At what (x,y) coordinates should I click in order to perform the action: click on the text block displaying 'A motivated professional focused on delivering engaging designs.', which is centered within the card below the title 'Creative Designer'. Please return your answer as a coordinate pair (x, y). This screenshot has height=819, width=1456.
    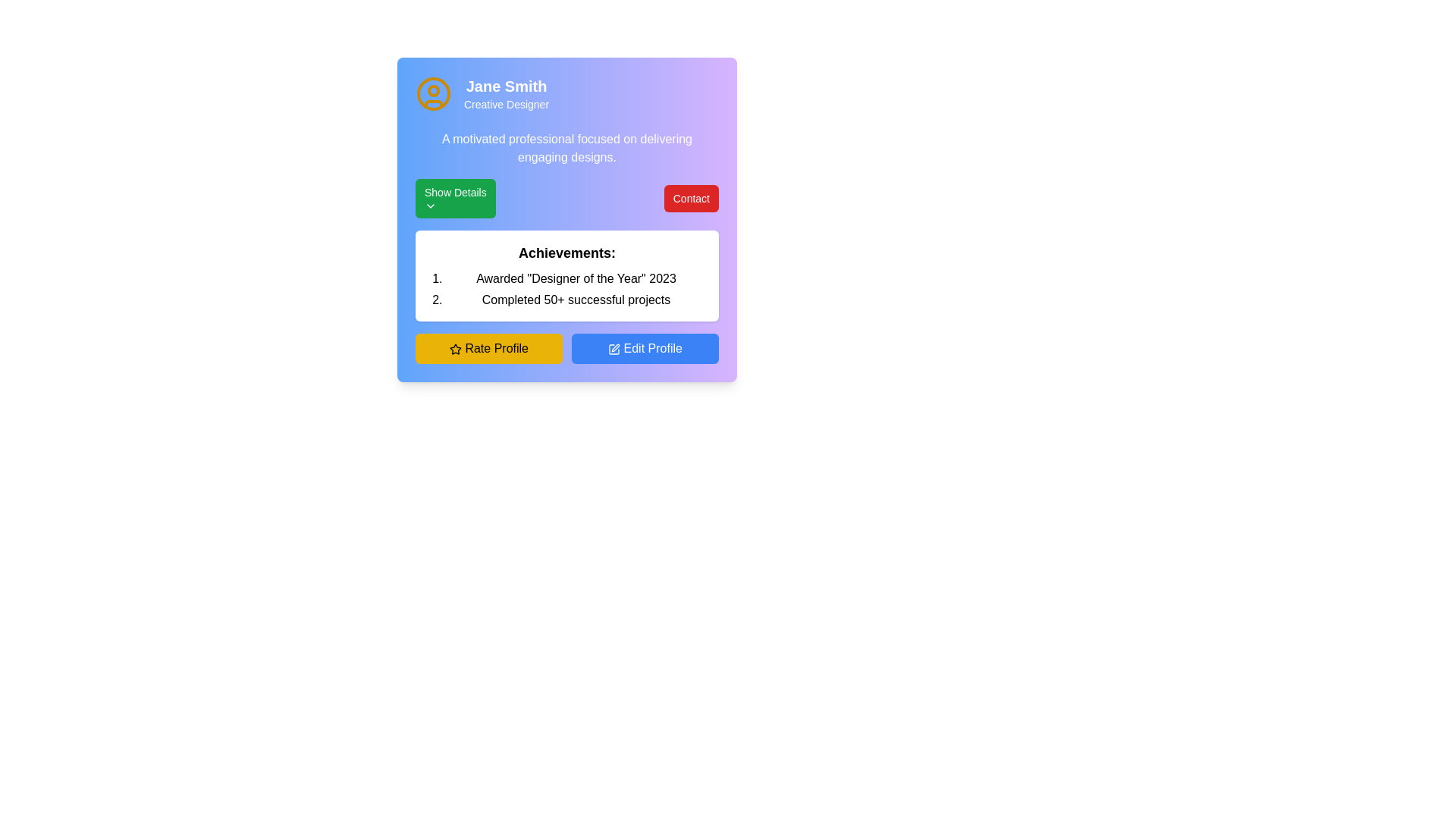
    Looking at the image, I should click on (566, 149).